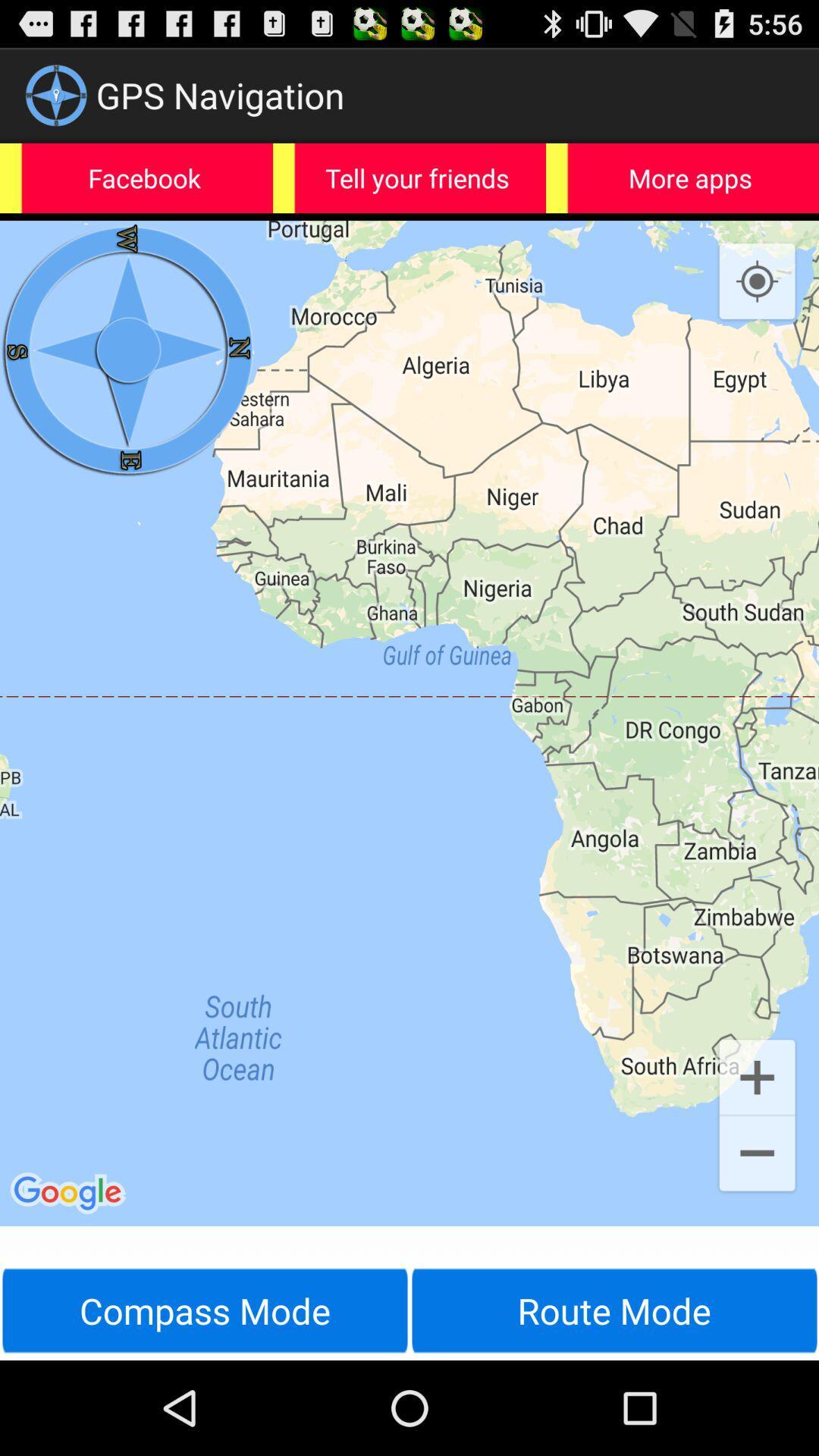 The image size is (819, 1456). I want to click on the location_crosshair icon, so click(757, 302).